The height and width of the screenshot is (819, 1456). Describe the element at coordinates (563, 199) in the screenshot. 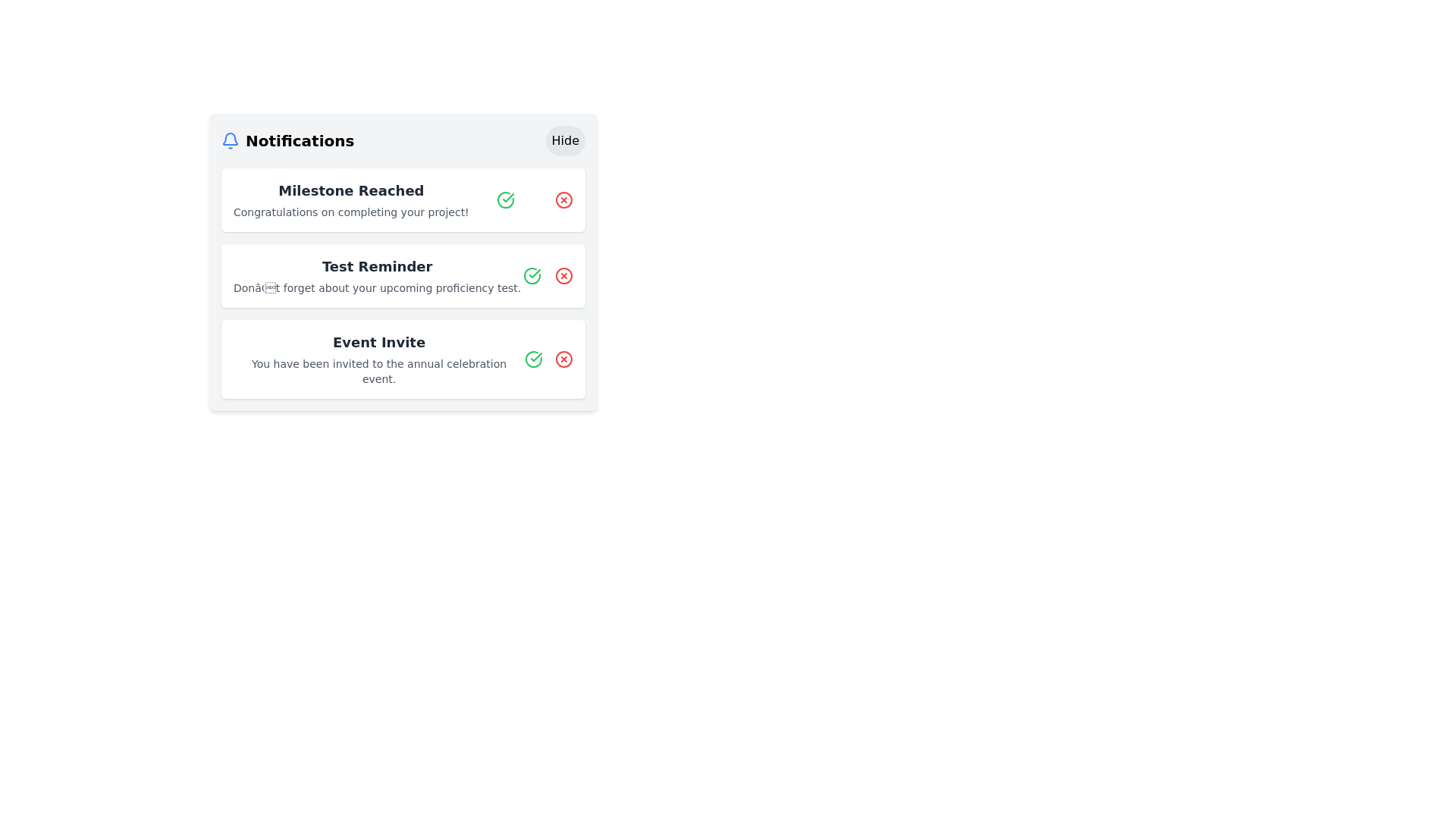

I see `the close icon button located in the top-right corner of the 'Milestone Reached' notification` at that location.